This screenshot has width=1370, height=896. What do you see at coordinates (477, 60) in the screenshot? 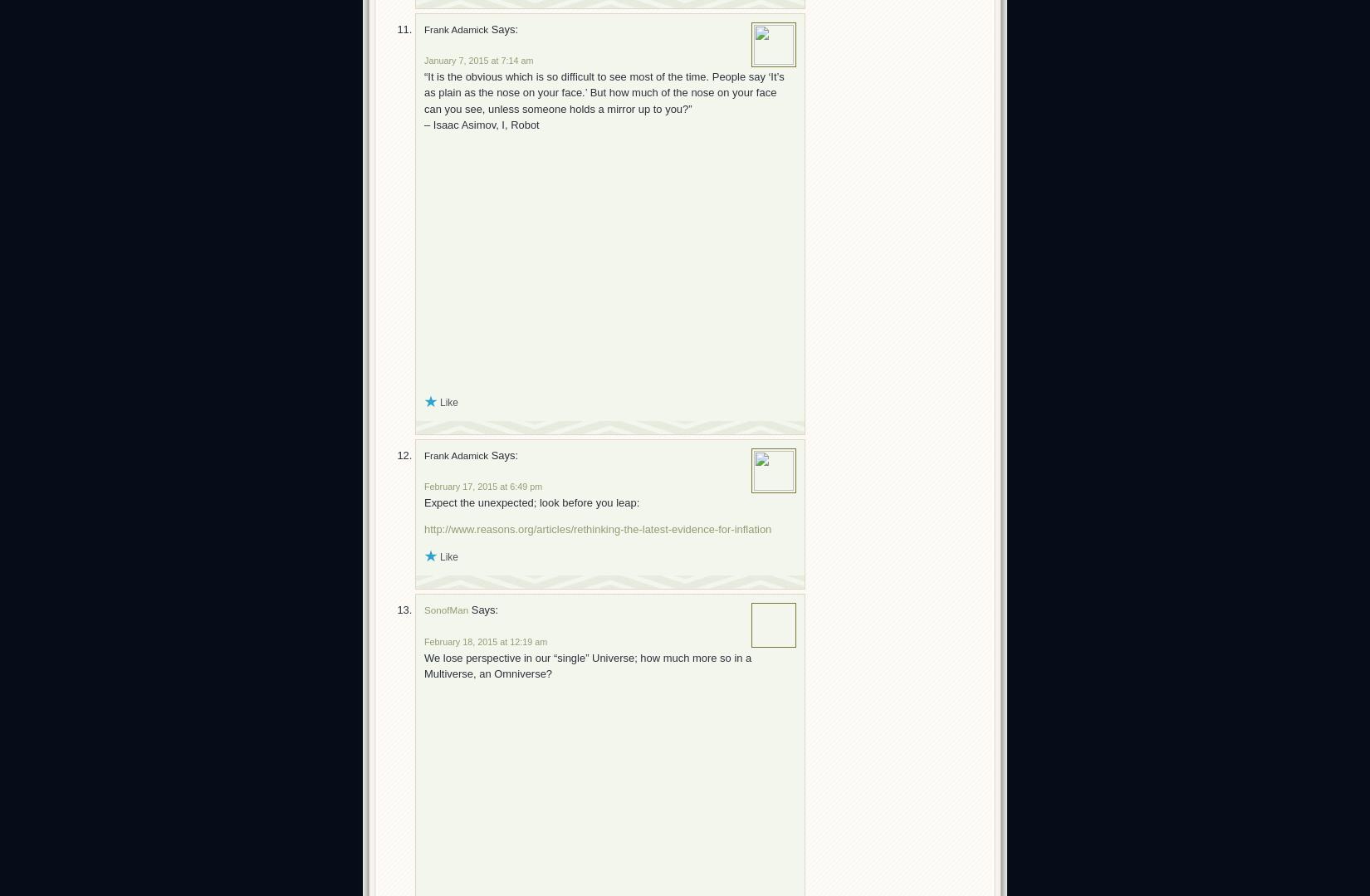
I see `'January 7, 2015 at 7:14 am'` at bounding box center [477, 60].